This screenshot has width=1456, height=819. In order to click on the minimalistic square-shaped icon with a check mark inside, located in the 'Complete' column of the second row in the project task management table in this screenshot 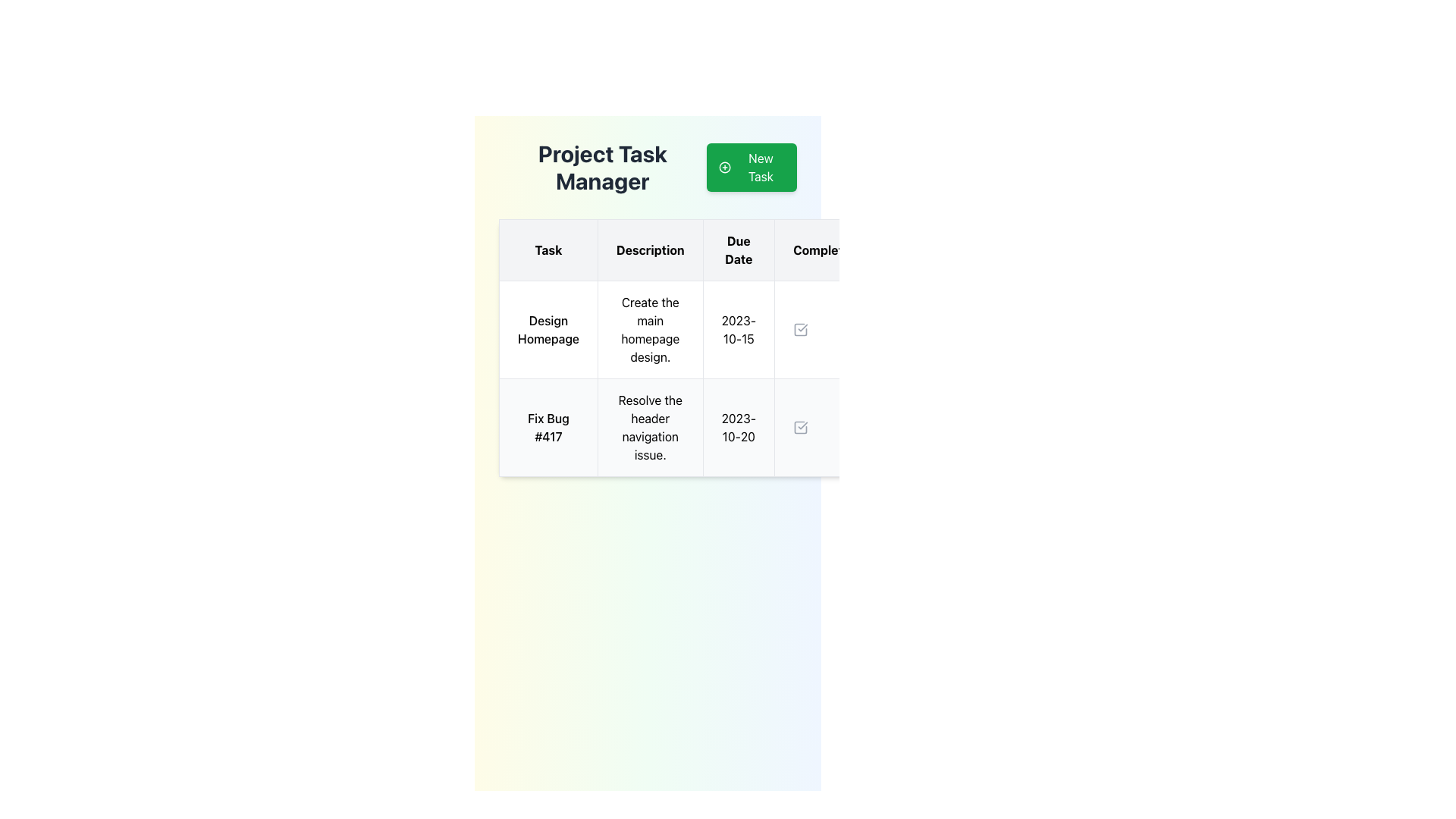, I will do `click(800, 427)`.